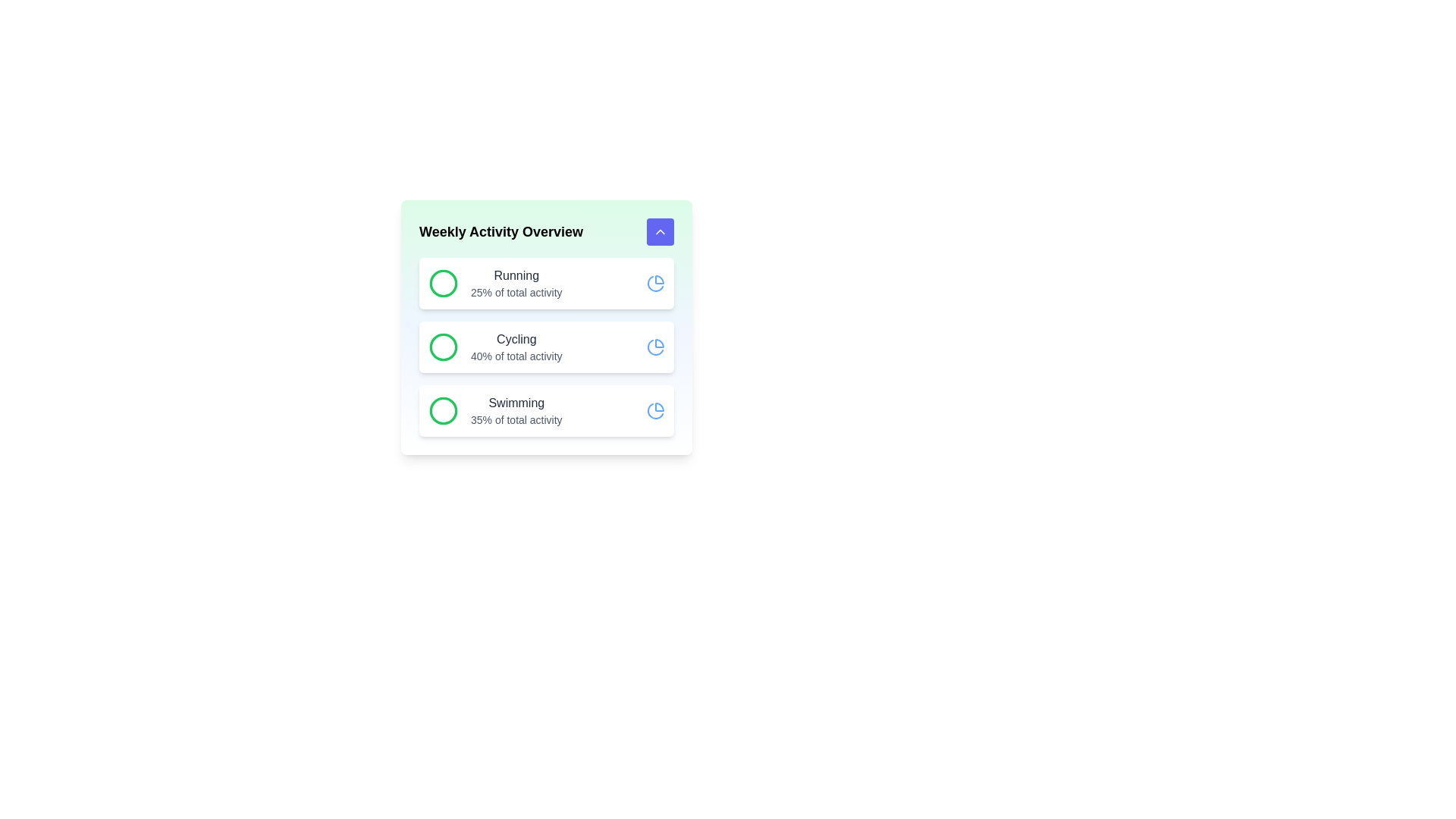 The image size is (1456, 819). I want to click on the card element that displays 'Cycling 40% of total activity', which is the second item in a vertical list of activity entries, so click(546, 347).